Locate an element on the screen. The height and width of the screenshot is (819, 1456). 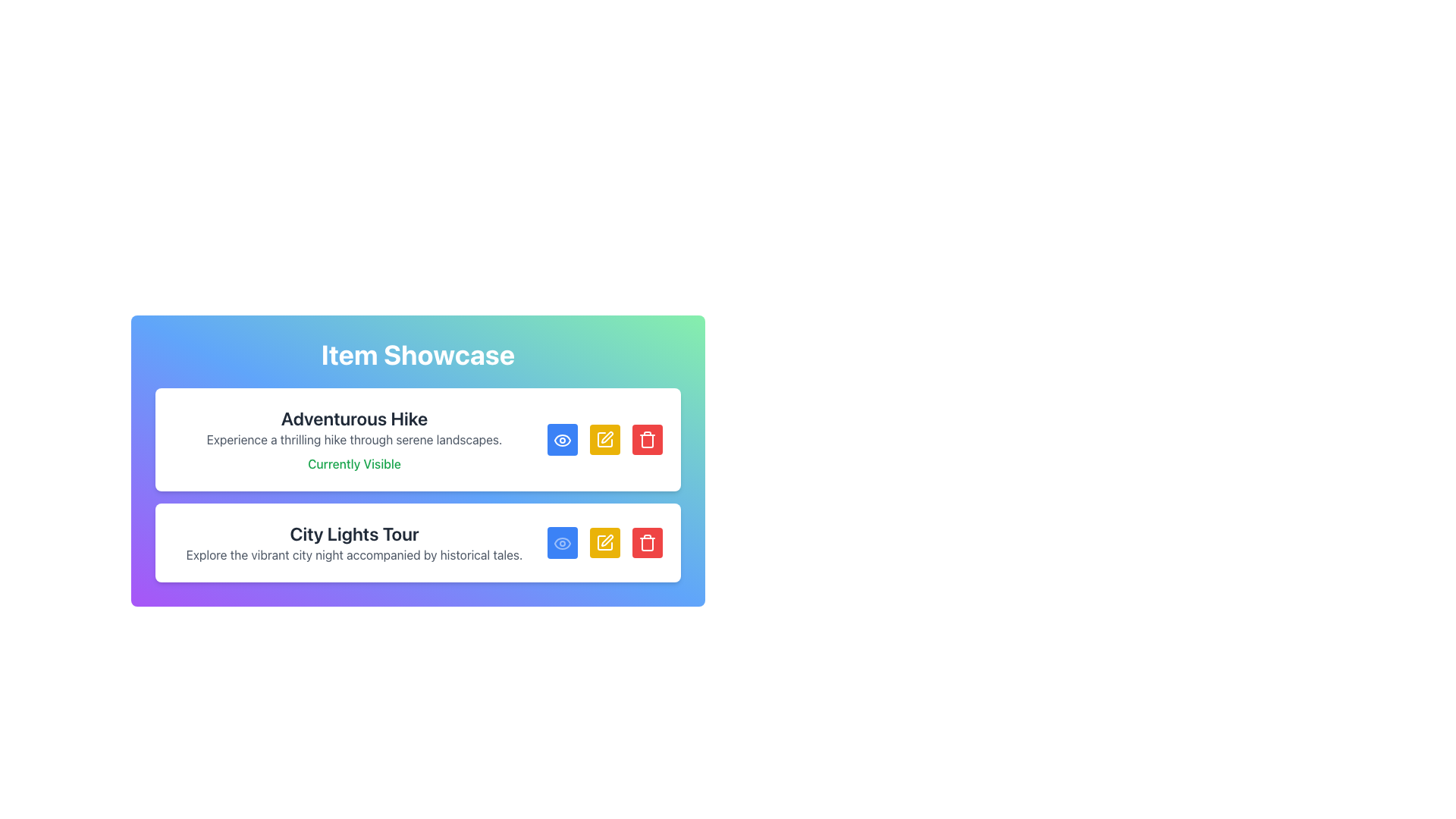
the red trash can icon is located at coordinates (648, 542).